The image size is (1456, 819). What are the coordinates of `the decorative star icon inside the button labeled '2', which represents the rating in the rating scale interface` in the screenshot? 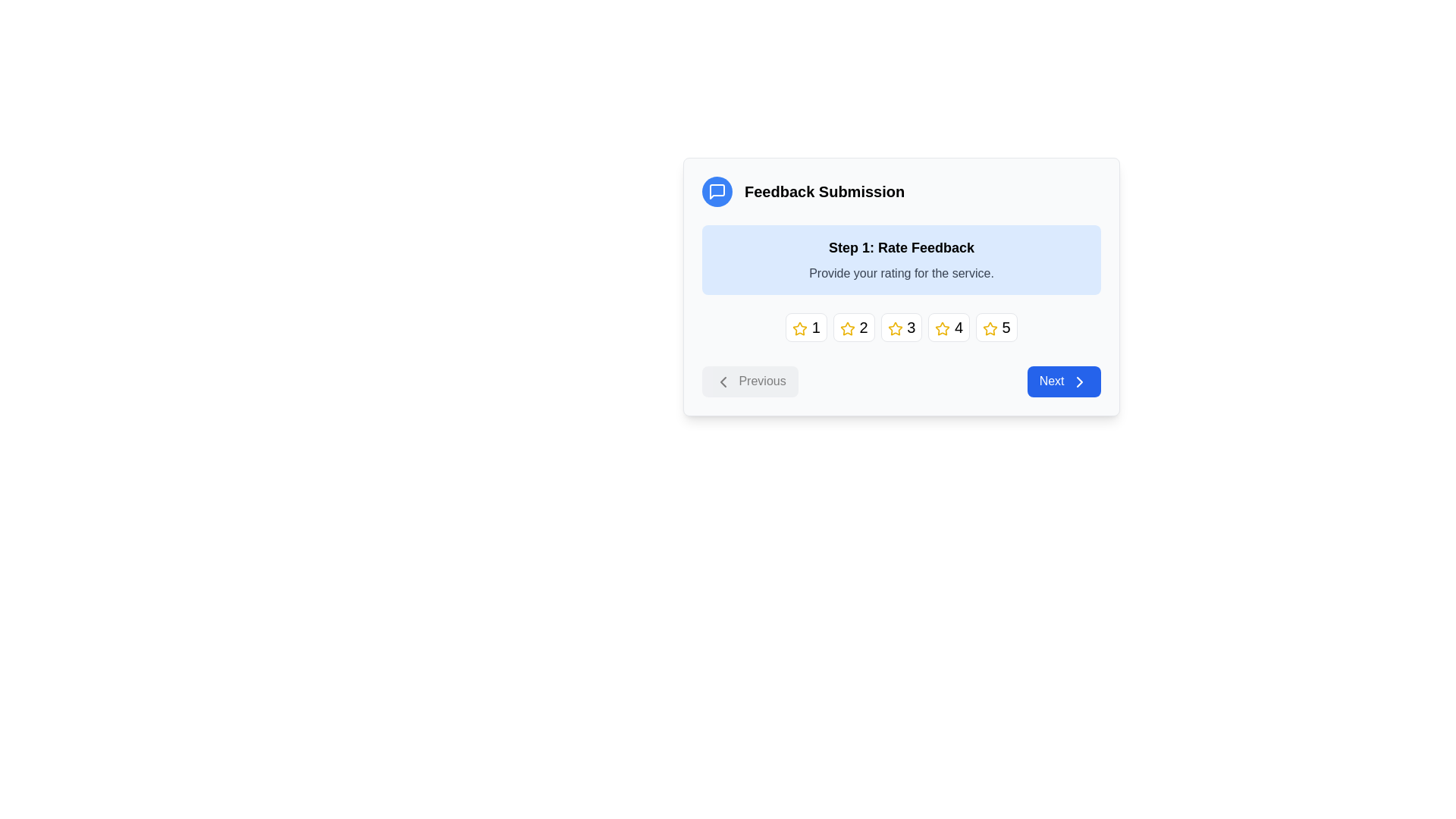 It's located at (847, 328).